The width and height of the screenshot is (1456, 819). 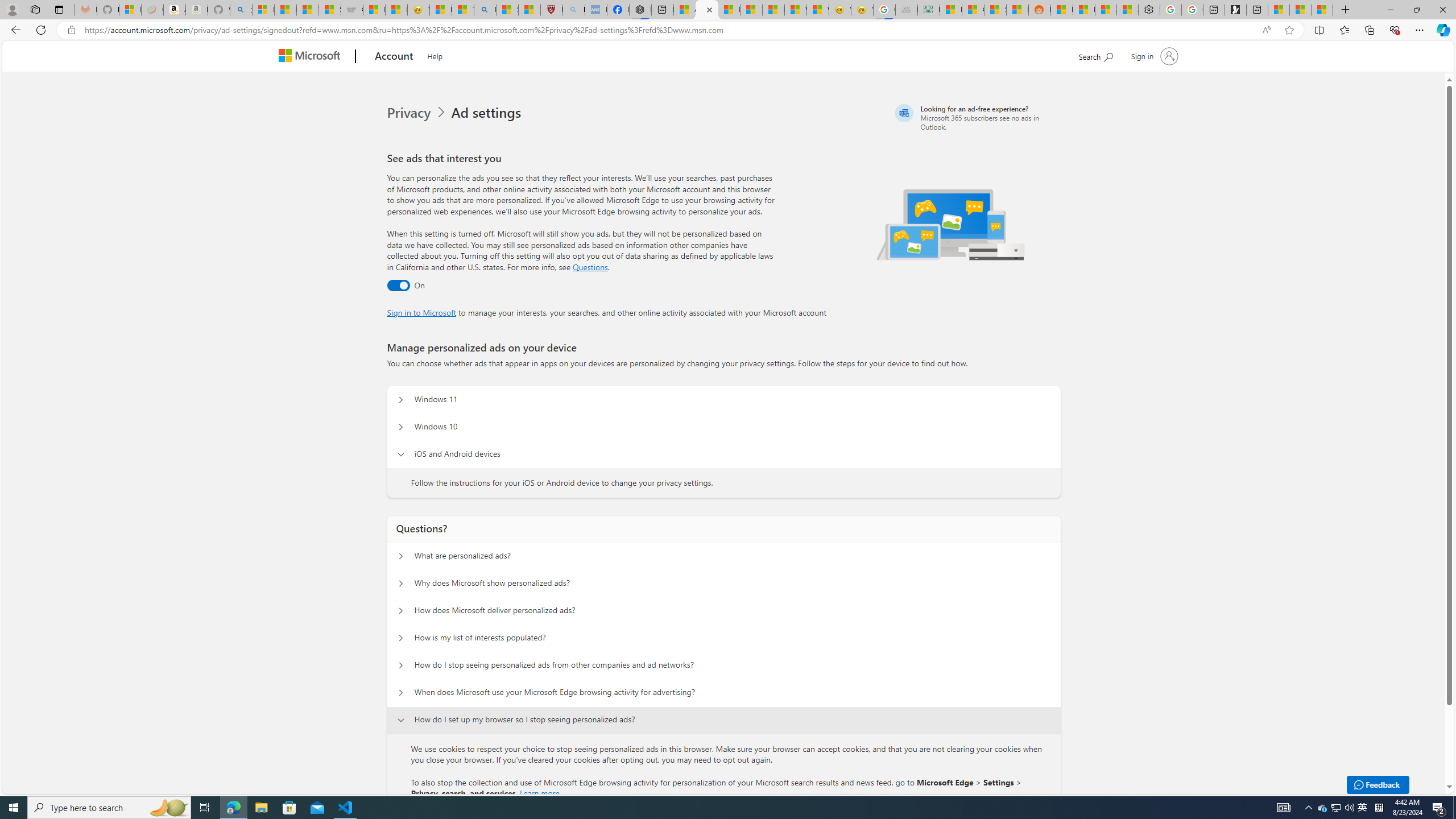 What do you see at coordinates (434, 54) in the screenshot?
I see `'Help'` at bounding box center [434, 54].